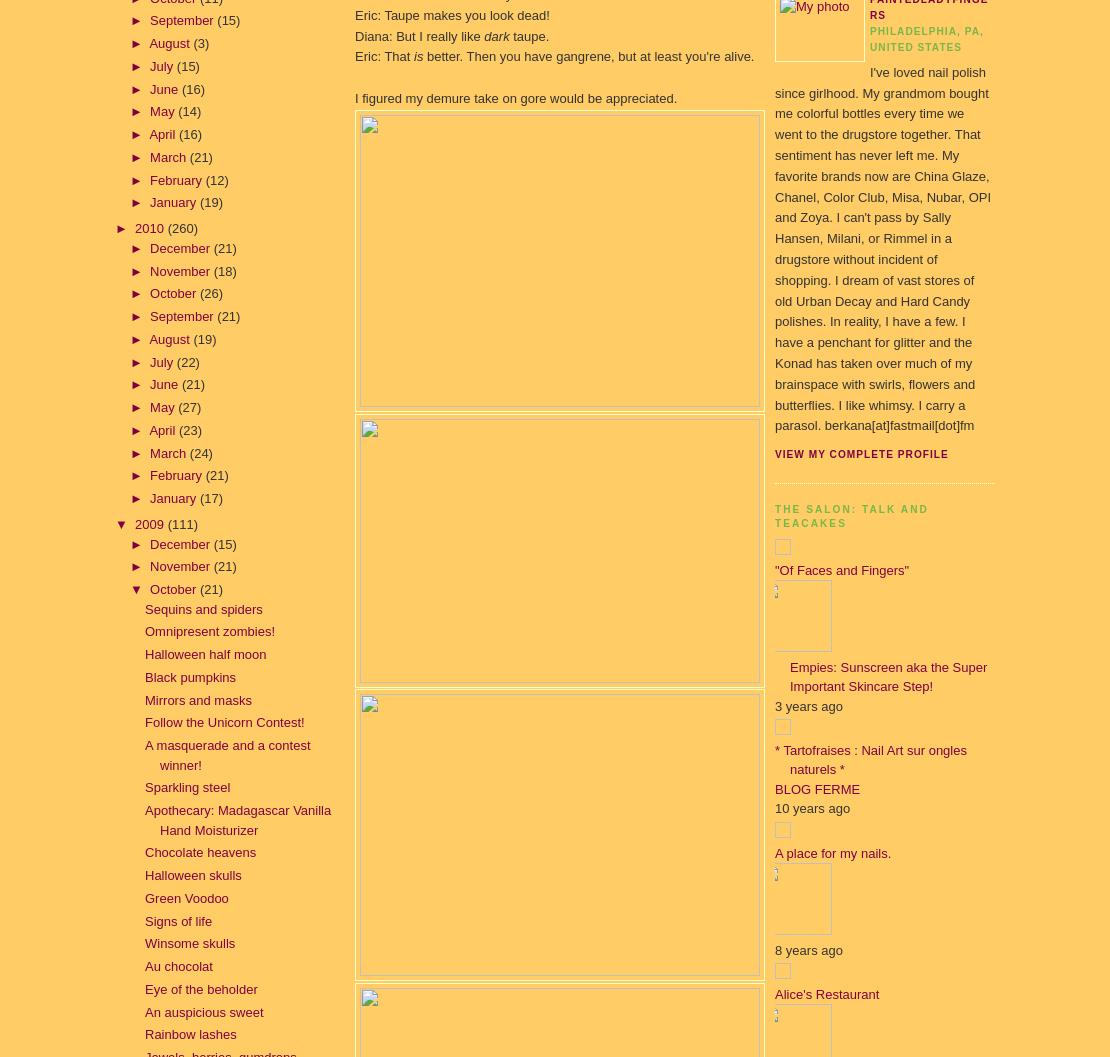 The image size is (1110, 1057). I want to click on '(18)', so click(224, 269).